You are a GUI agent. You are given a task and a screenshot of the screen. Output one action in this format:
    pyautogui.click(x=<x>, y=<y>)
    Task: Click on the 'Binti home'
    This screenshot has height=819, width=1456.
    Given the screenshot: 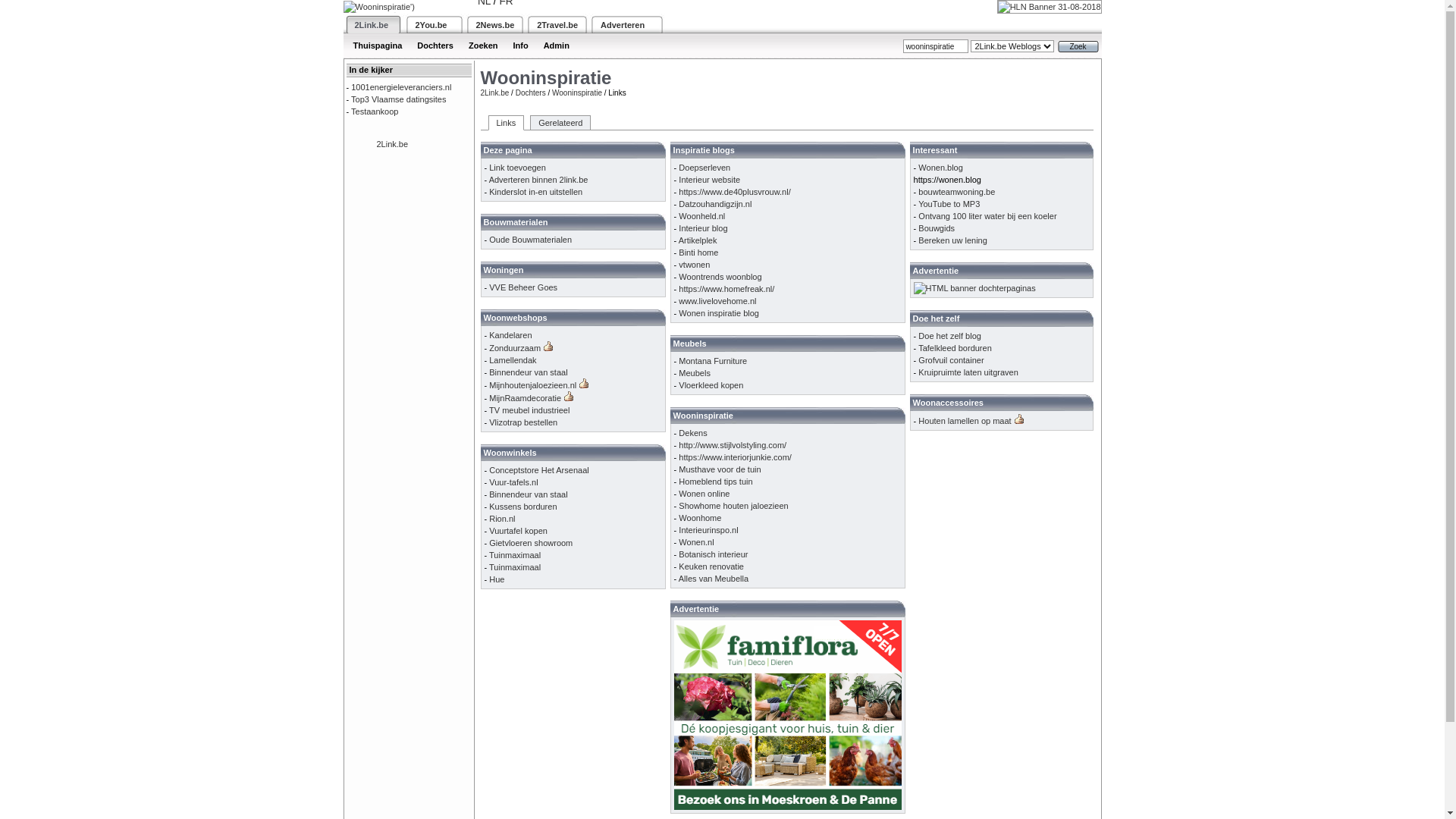 What is the action you would take?
    pyautogui.click(x=698, y=251)
    